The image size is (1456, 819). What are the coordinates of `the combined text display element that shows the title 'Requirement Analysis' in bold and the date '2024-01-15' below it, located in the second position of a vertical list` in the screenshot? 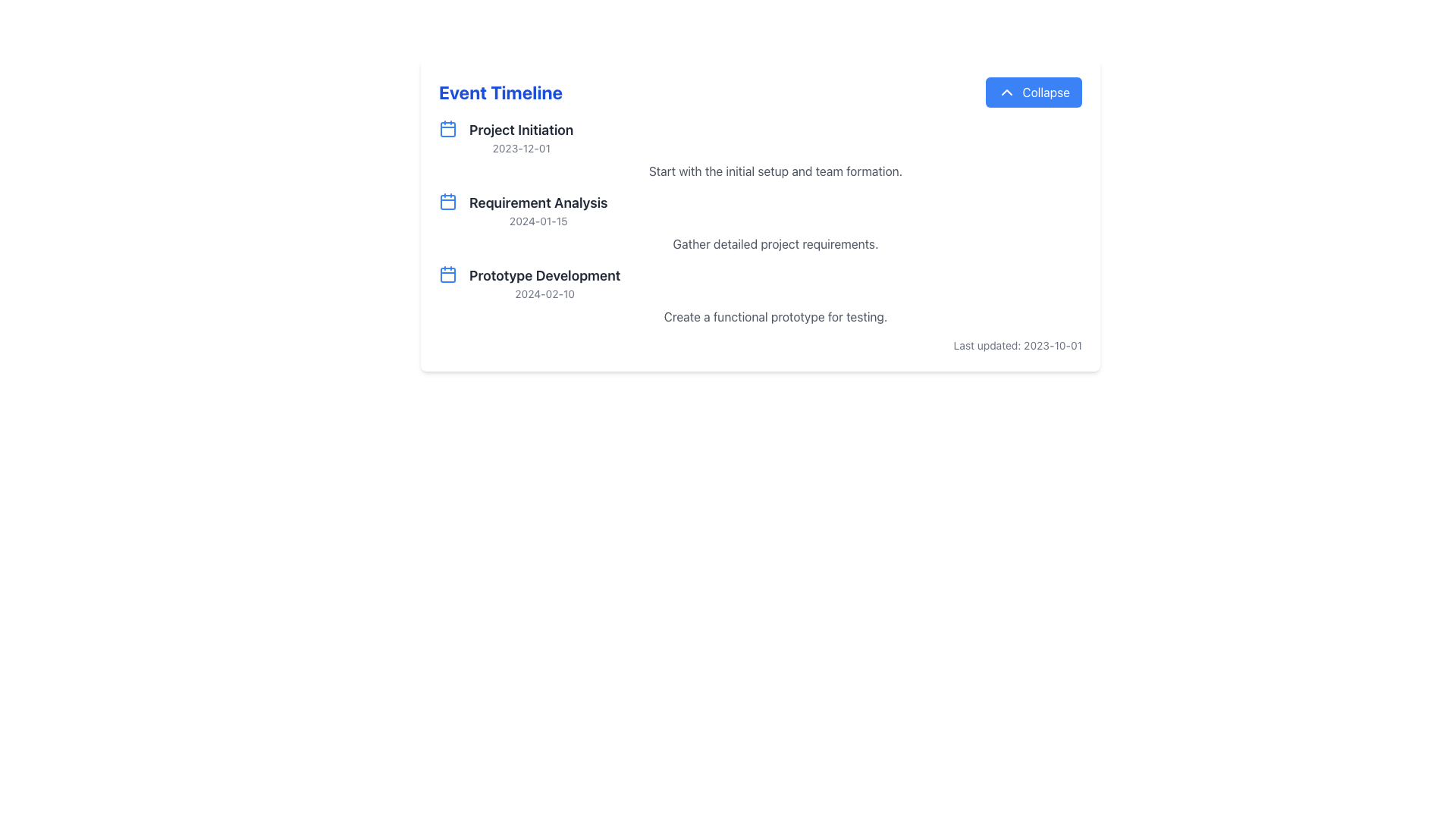 It's located at (538, 210).